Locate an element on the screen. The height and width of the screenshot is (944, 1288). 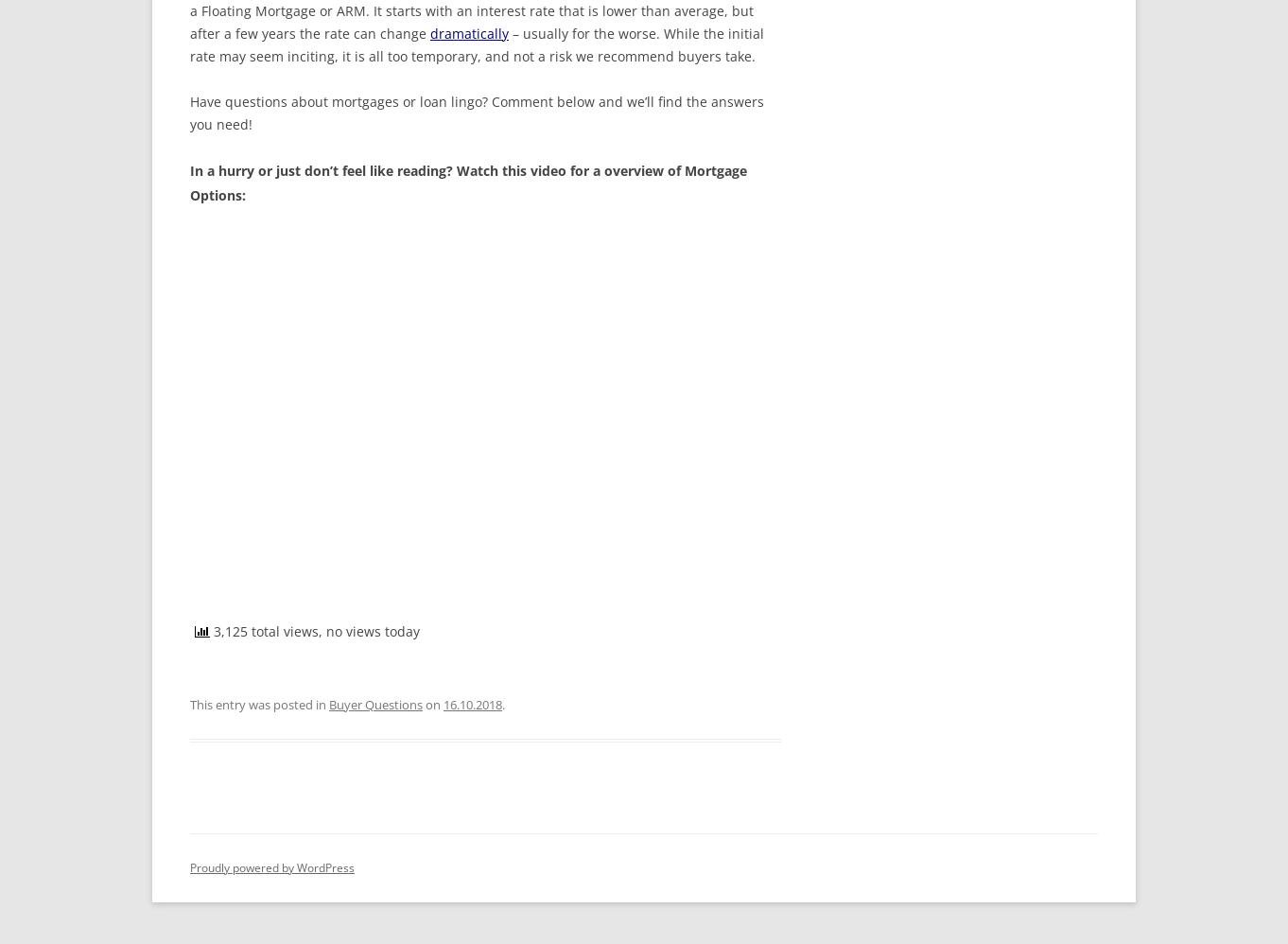
'Have questions about mortgages or loan lingo? Comment below and we’ll find the answers you need!' is located at coordinates (190, 112).